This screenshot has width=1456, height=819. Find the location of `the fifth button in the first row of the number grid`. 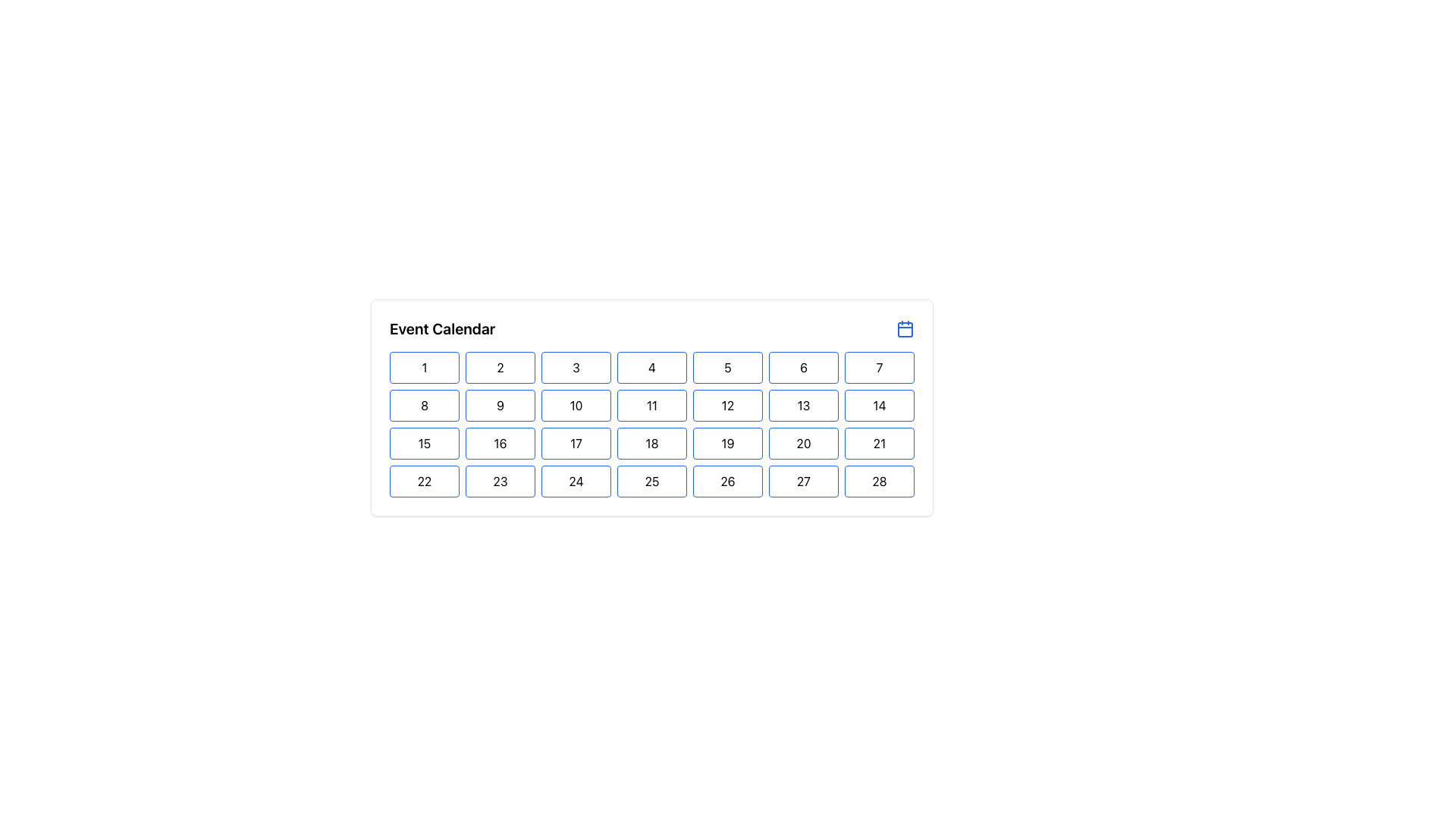

the fifth button in the first row of the number grid is located at coordinates (728, 368).